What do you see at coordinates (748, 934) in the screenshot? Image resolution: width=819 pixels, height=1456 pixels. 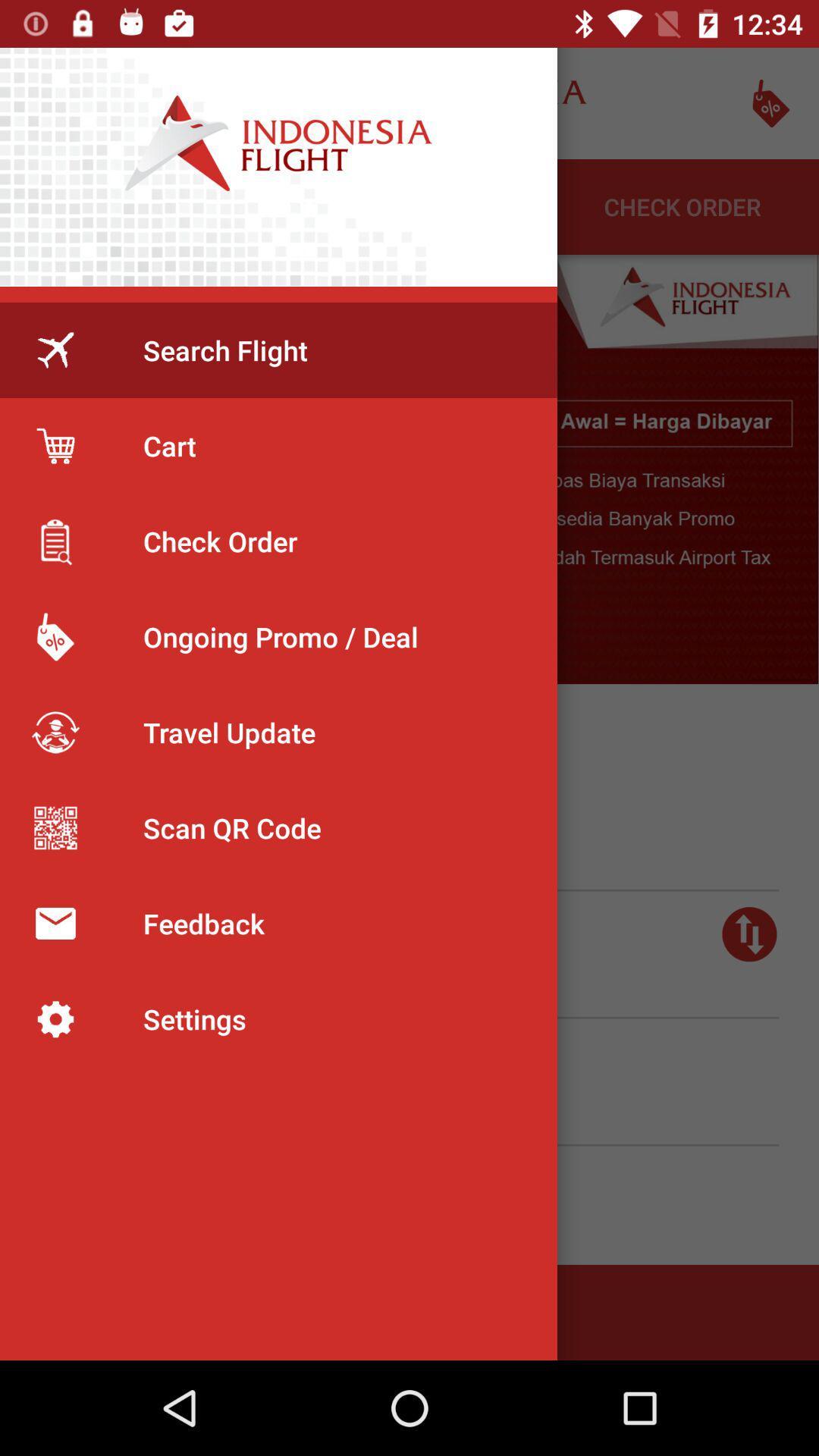 I see `the compare icon` at bounding box center [748, 934].